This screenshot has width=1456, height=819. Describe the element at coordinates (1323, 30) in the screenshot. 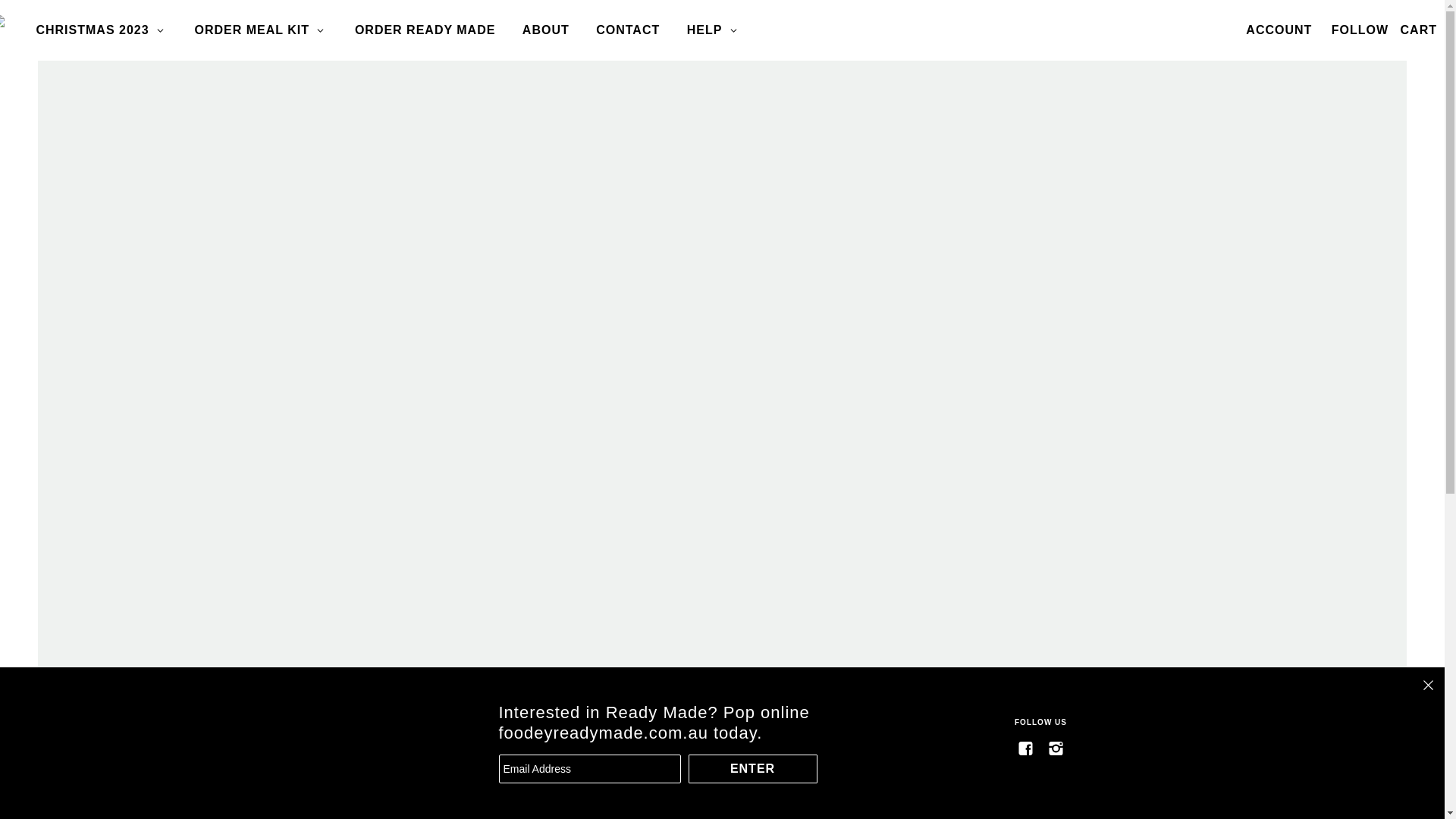

I see `'FOLLOW'` at that location.